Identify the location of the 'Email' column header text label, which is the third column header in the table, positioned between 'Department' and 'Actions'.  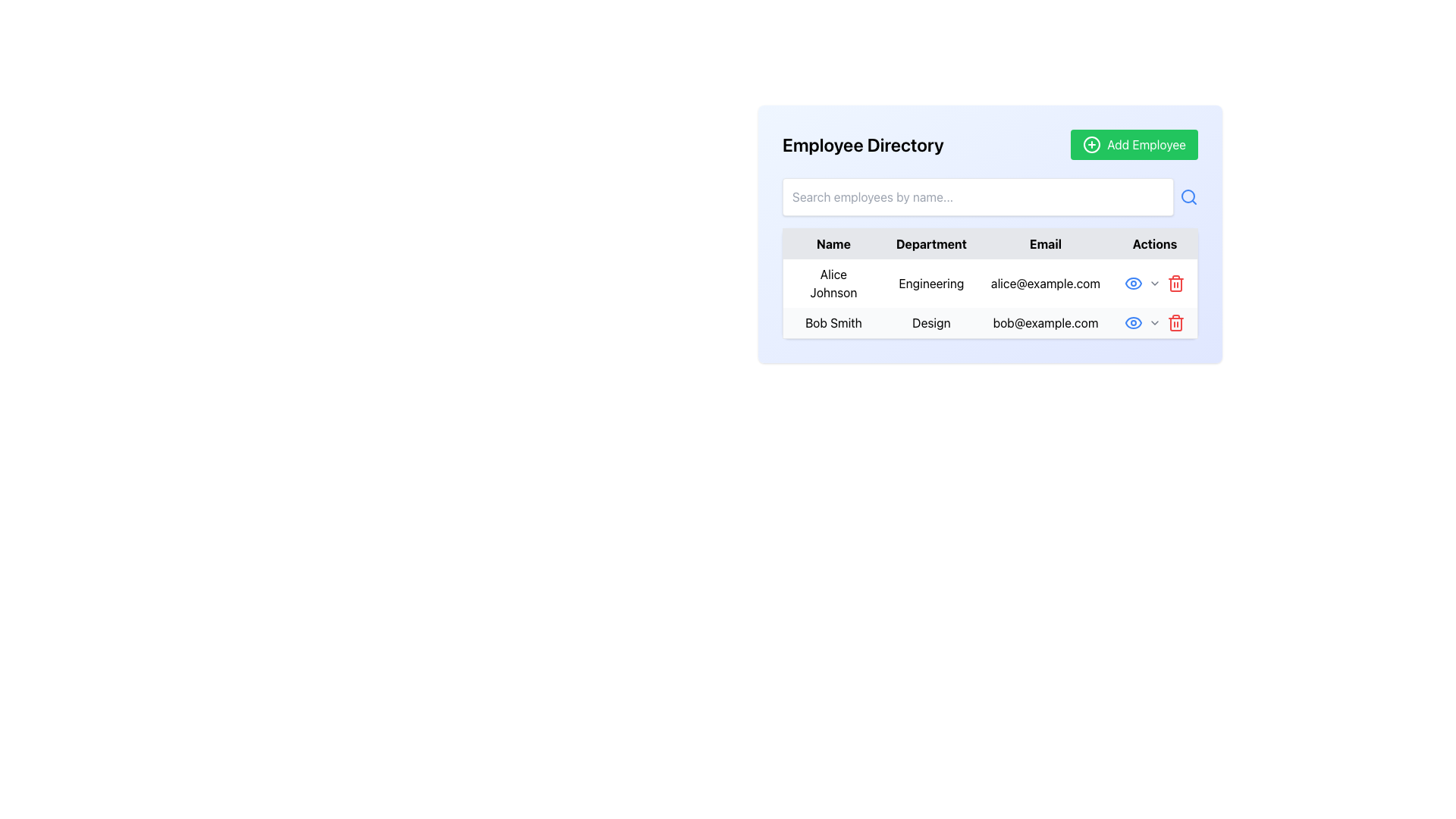
(1044, 243).